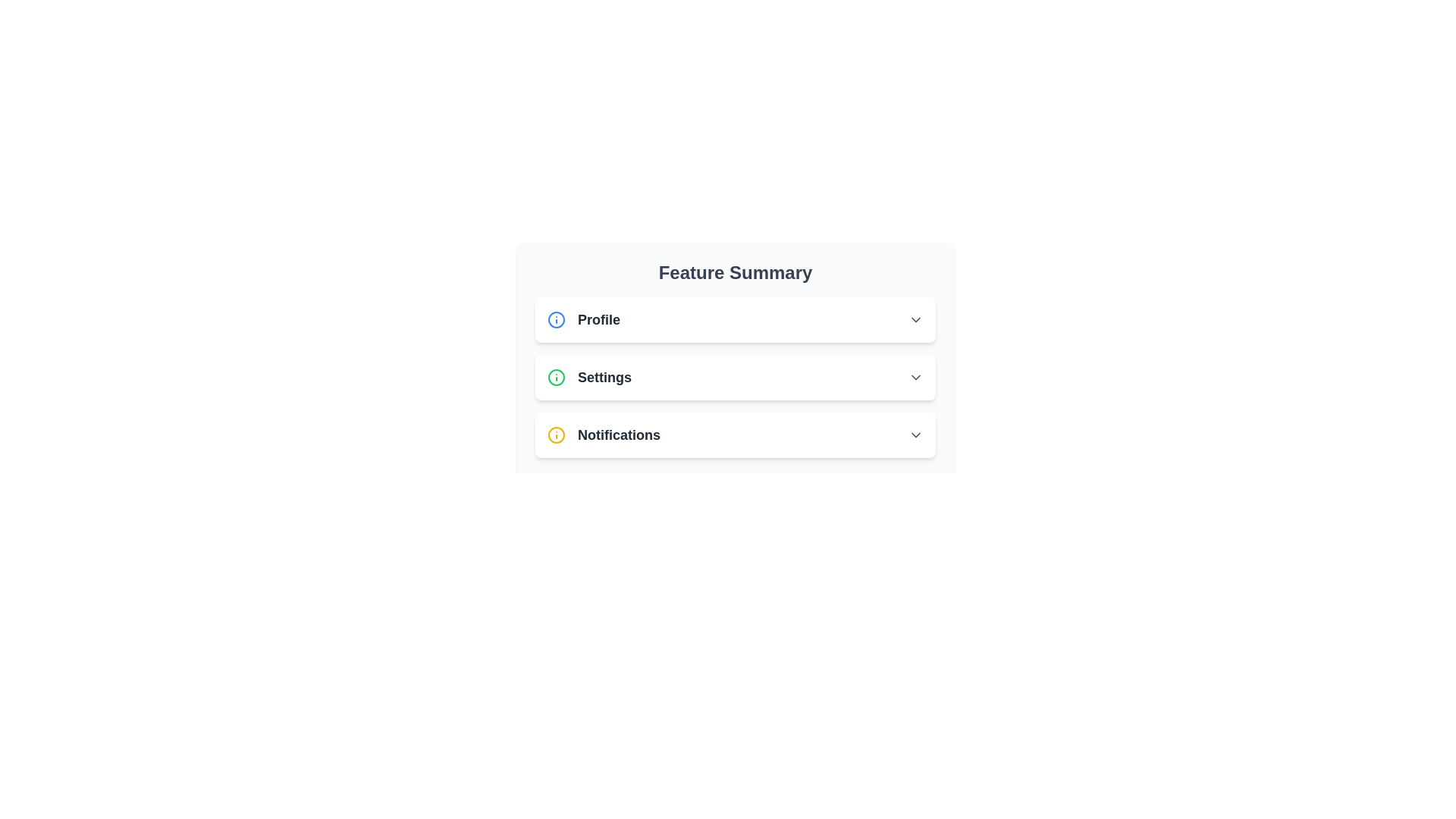 This screenshot has height=819, width=1456. What do you see at coordinates (915, 435) in the screenshot?
I see `the Dropdown toggle icon located to the right of the 'Notifications' text` at bounding box center [915, 435].